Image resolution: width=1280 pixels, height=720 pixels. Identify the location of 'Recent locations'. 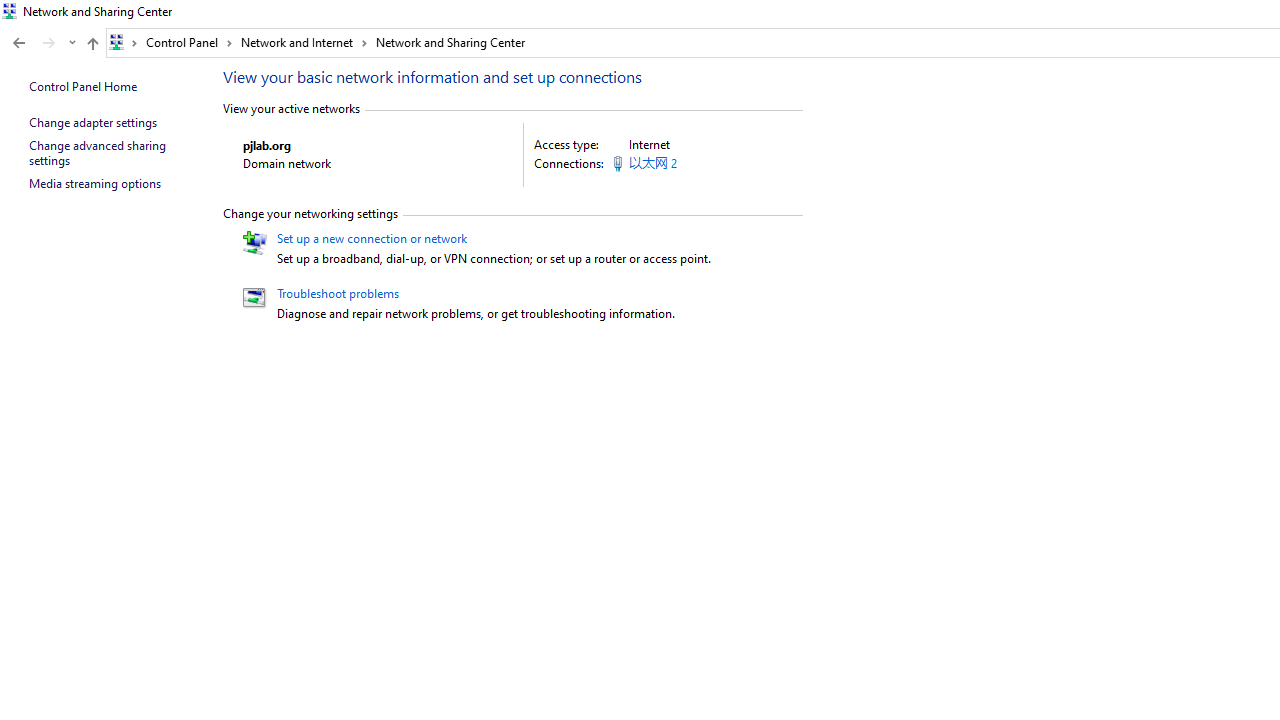
(71, 43).